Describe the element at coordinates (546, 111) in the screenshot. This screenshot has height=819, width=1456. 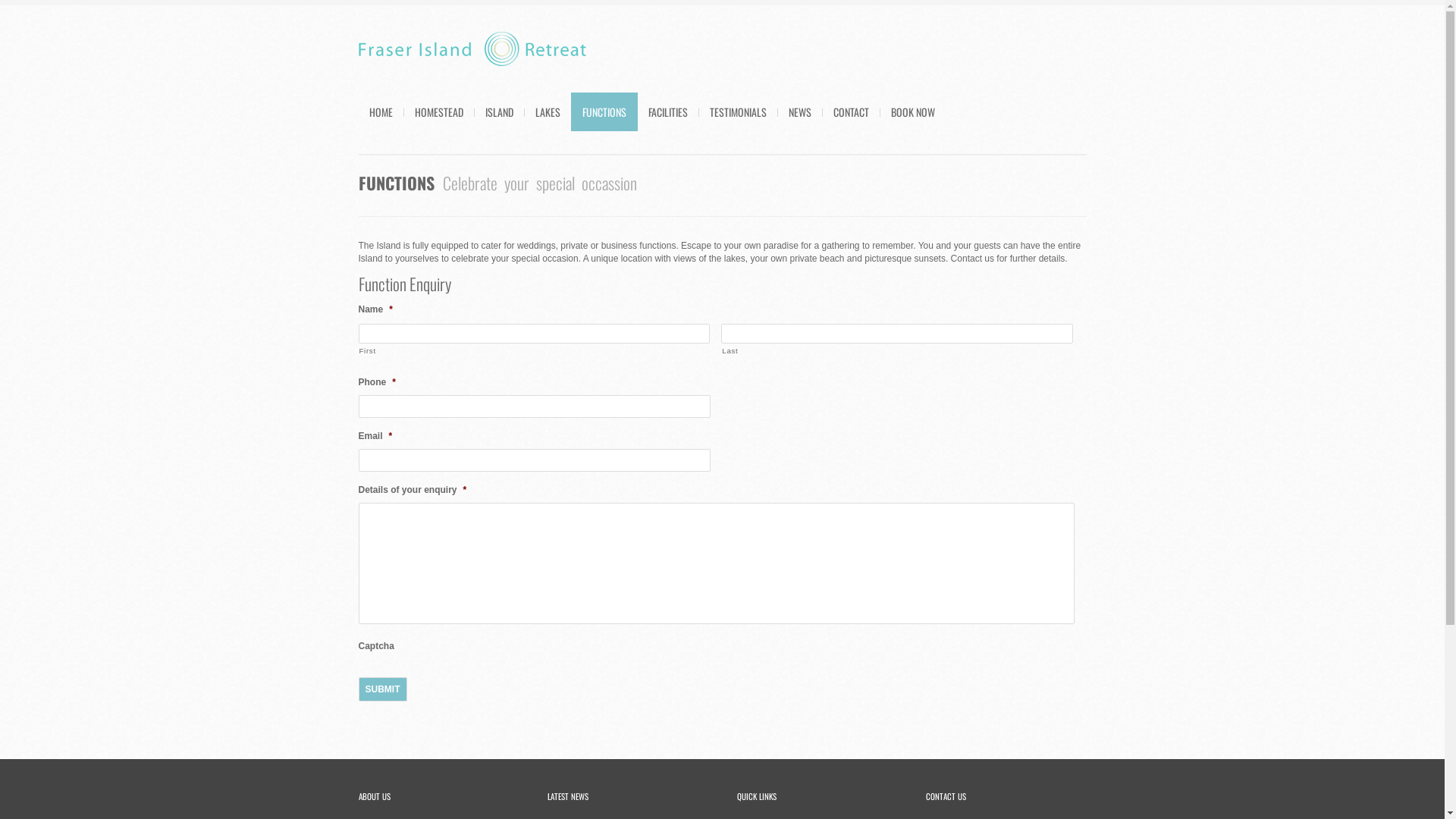
I see `'LAKES'` at that location.